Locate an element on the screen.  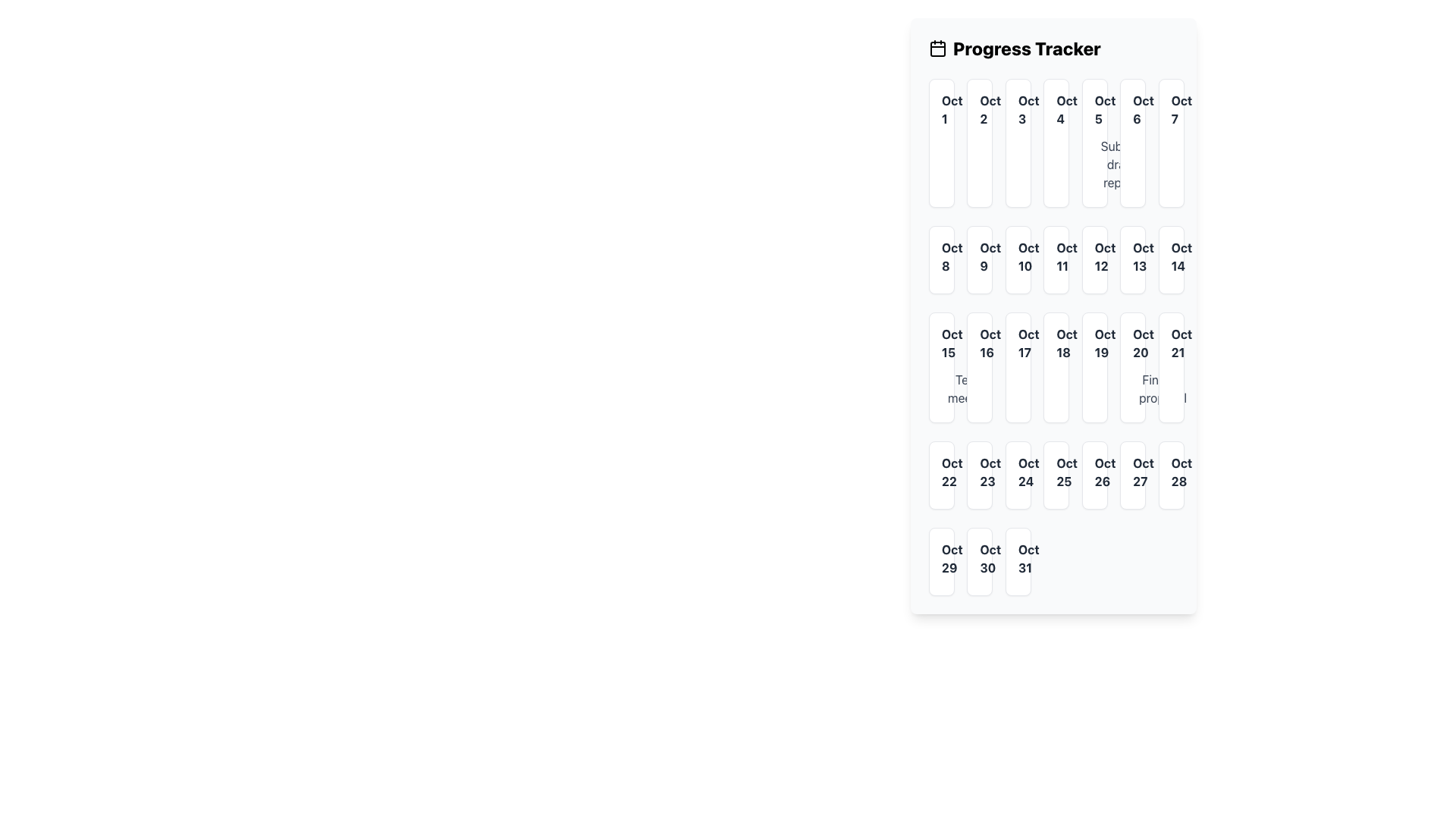
Date Cell displaying 'October 14', located in the second row, last column of the calendar grid is located at coordinates (1170, 259).